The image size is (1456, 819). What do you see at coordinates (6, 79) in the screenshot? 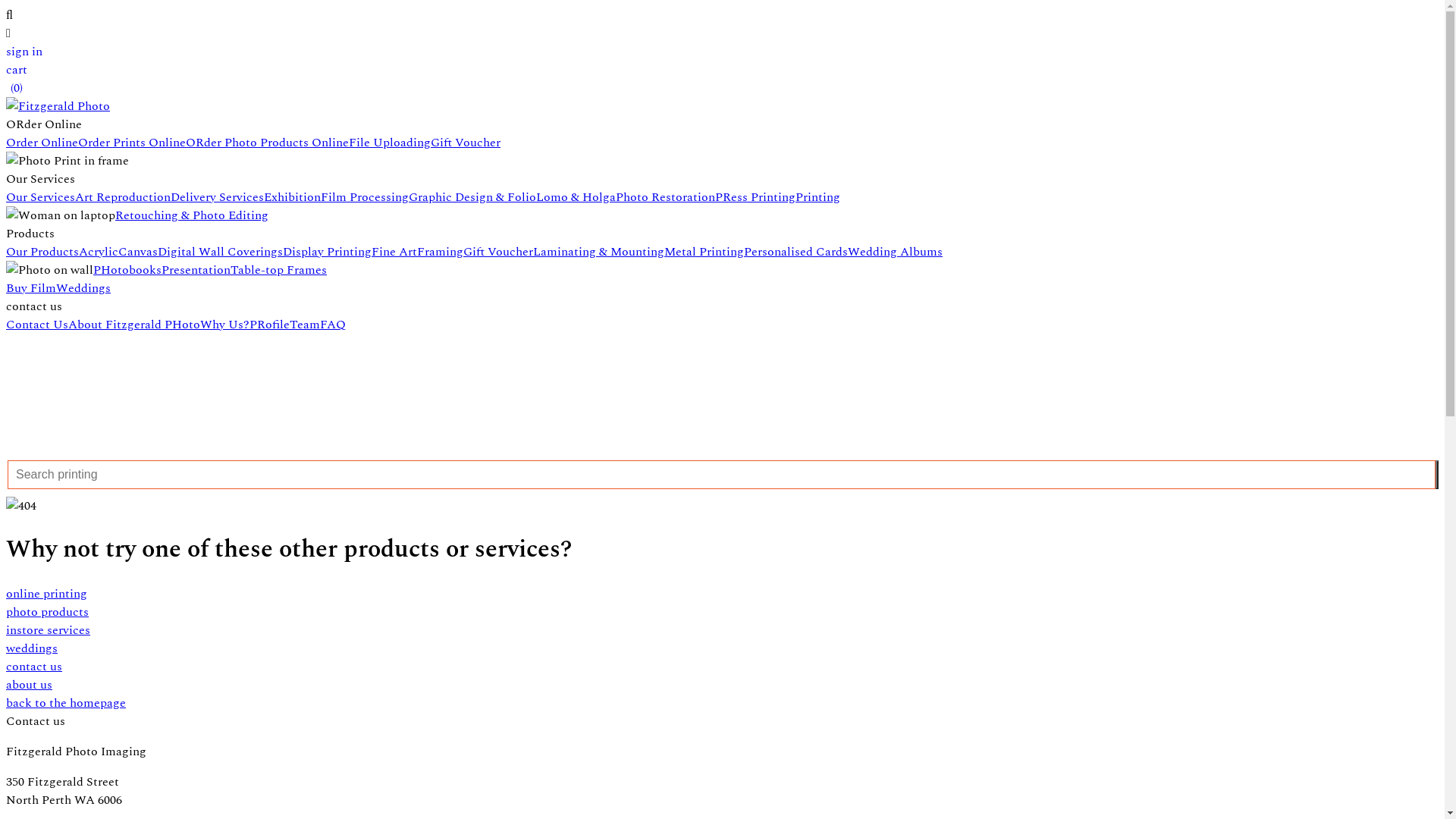
I see `'cart` at bounding box center [6, 79].